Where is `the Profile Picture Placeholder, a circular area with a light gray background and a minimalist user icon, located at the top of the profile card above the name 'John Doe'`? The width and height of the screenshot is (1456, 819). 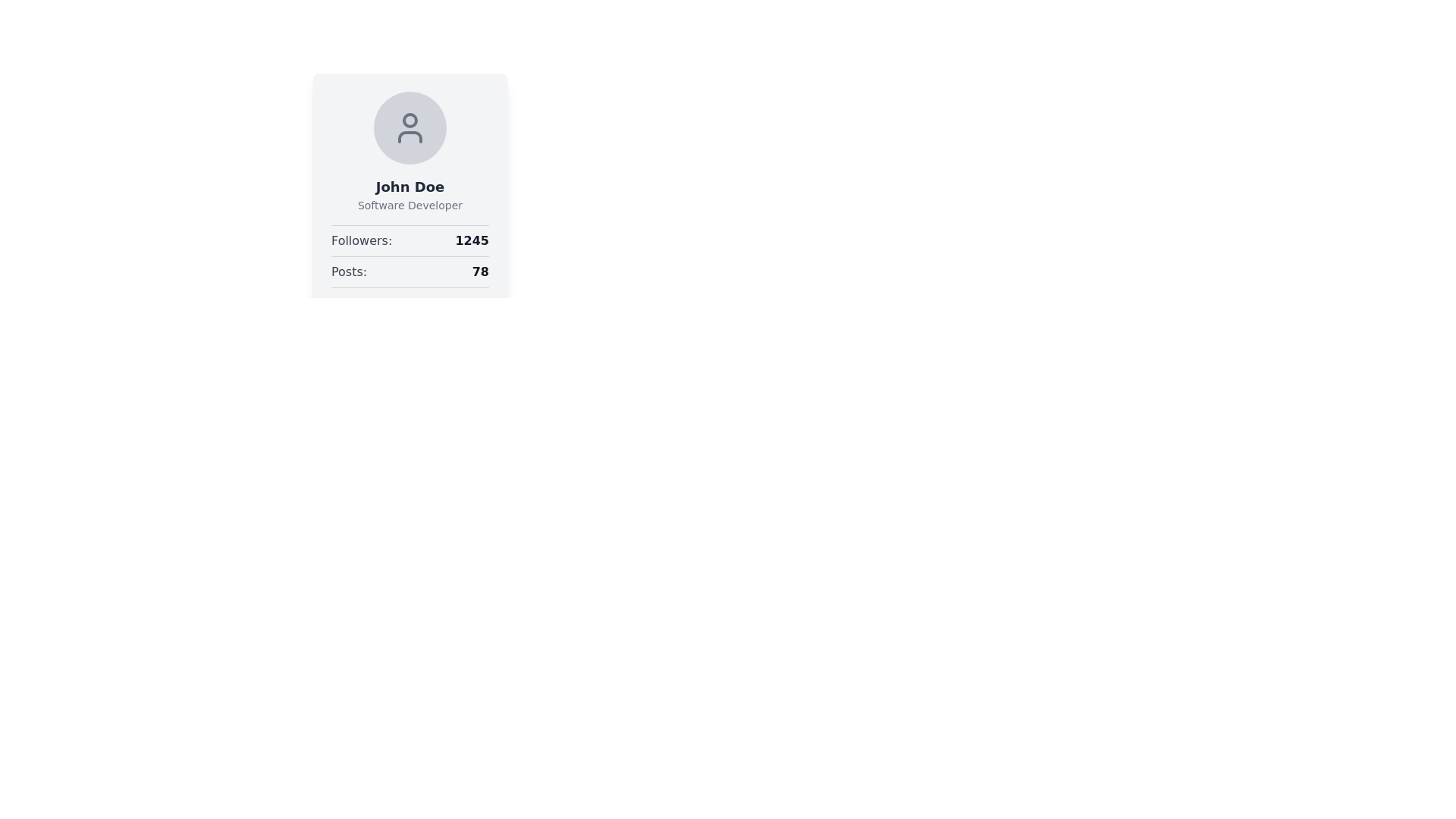
the Profile Picture Placeholder, a circular area with a light gray background and a minimalist user icon, located at the top of the profile card above the name 'John Doe' is located at coordinates (410, 127).